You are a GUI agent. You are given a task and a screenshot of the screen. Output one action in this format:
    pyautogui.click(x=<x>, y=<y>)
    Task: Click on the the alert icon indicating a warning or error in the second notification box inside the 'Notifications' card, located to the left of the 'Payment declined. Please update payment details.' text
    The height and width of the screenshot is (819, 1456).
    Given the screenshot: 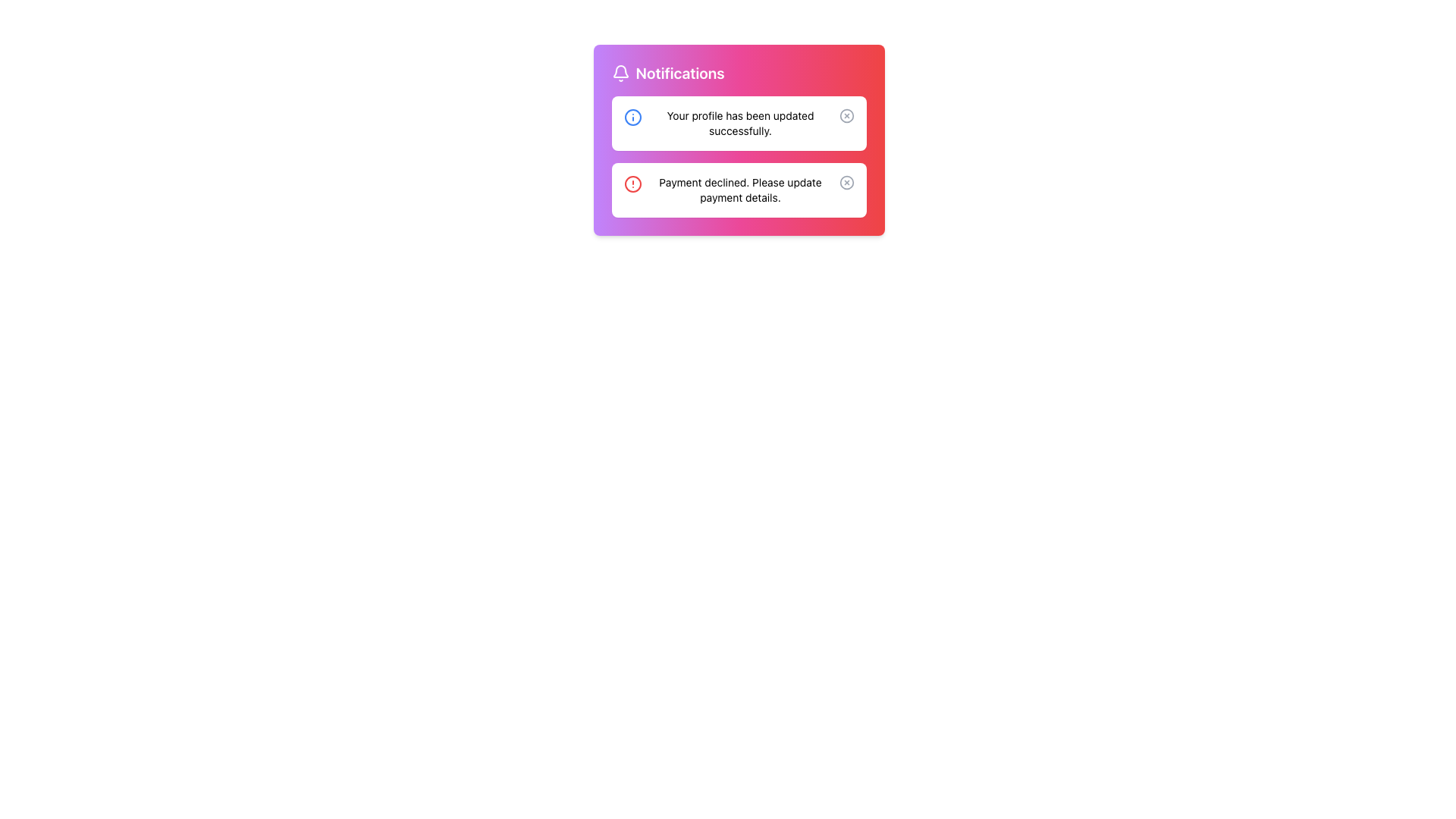 What is the action you would take?
    pyautogui.click(x=632, y=184)
    